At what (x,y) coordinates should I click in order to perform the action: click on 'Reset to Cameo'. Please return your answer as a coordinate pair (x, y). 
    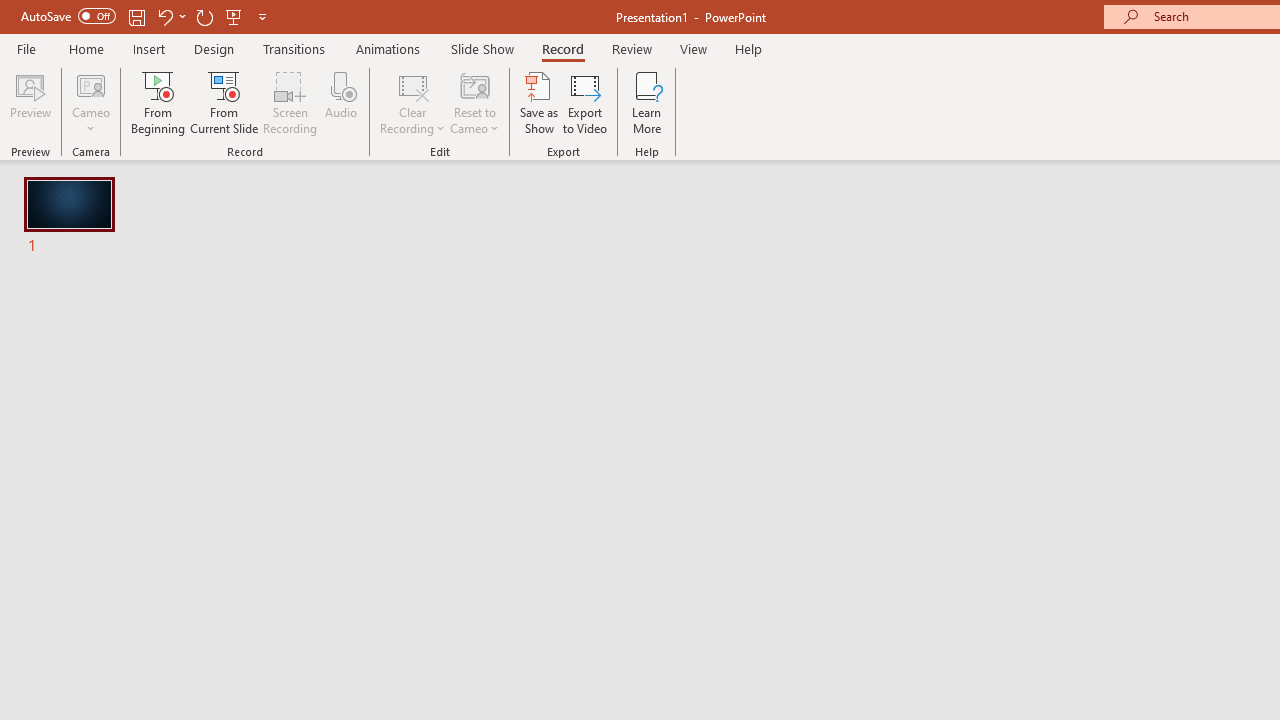
    Looking at the image, I should click on (473, 103).